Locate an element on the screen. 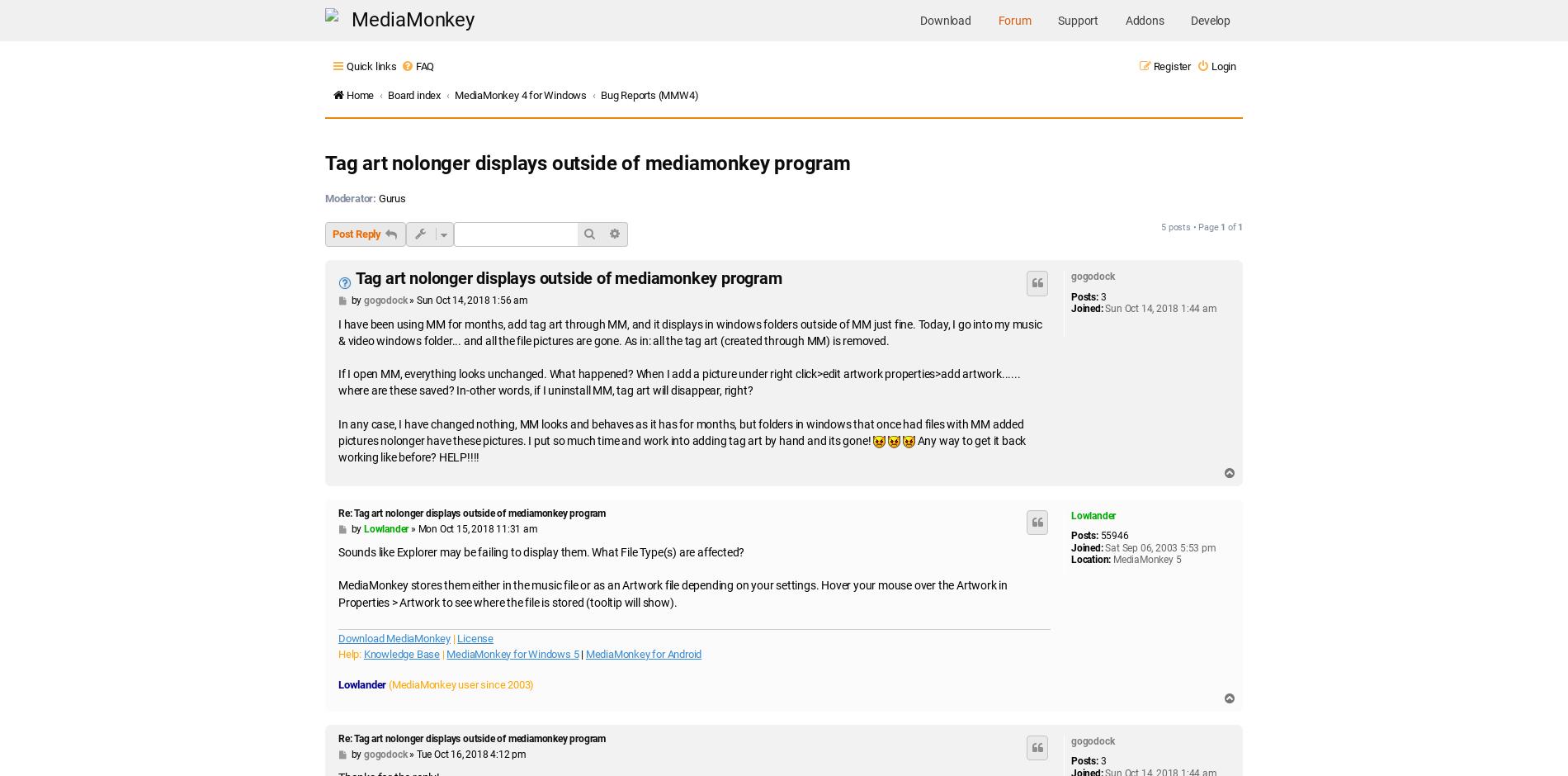 Image resolution: width=1568 pixels, height=776 pixels. 'Tue Oct 16, 2018 4:12 pm' is located at coordinates (470, 753).